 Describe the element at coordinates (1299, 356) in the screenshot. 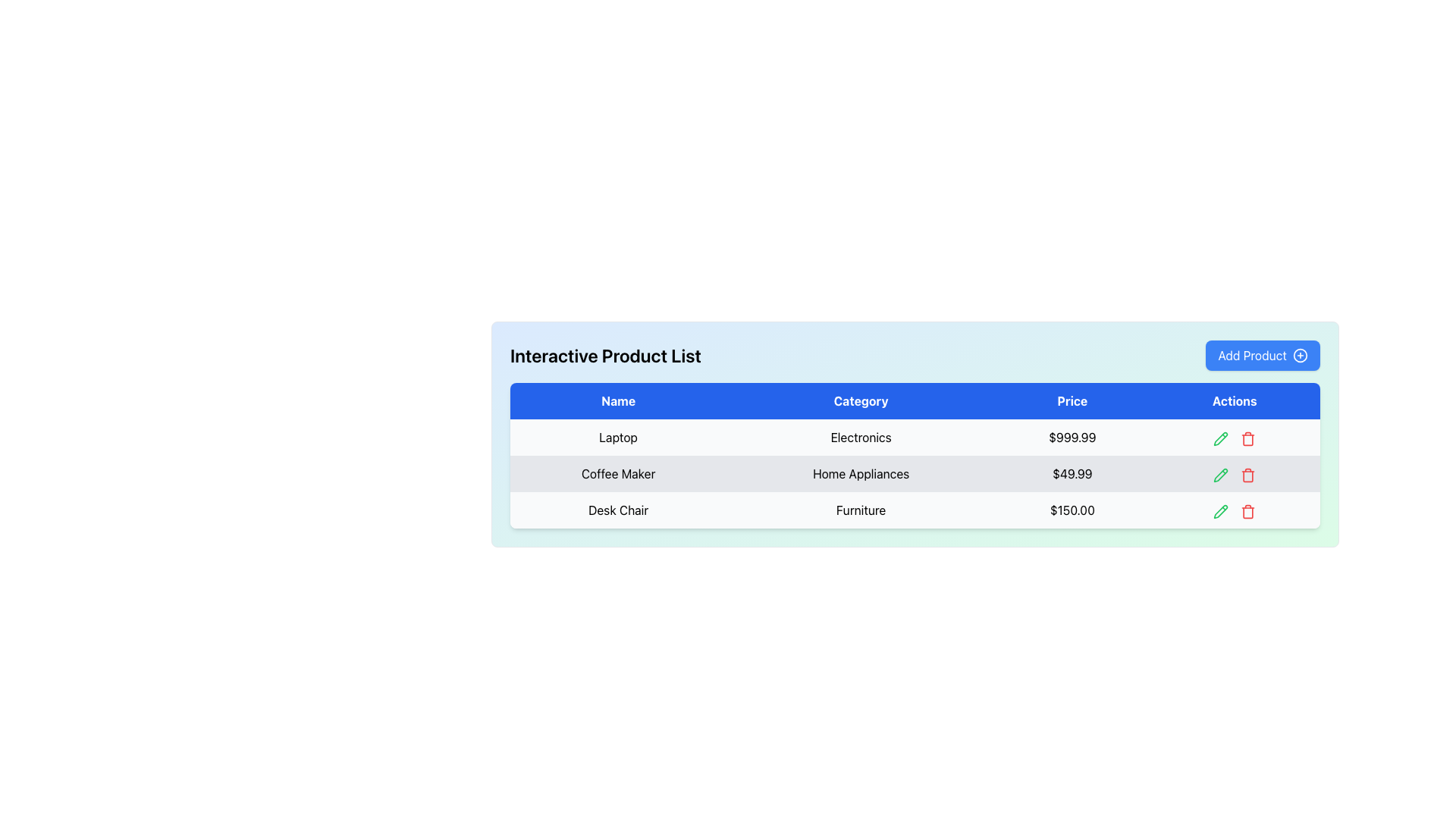

I see `the appearance of the circular icon located to the right side of the 'Add Product' button, which enhances the button's primary action` at that location.